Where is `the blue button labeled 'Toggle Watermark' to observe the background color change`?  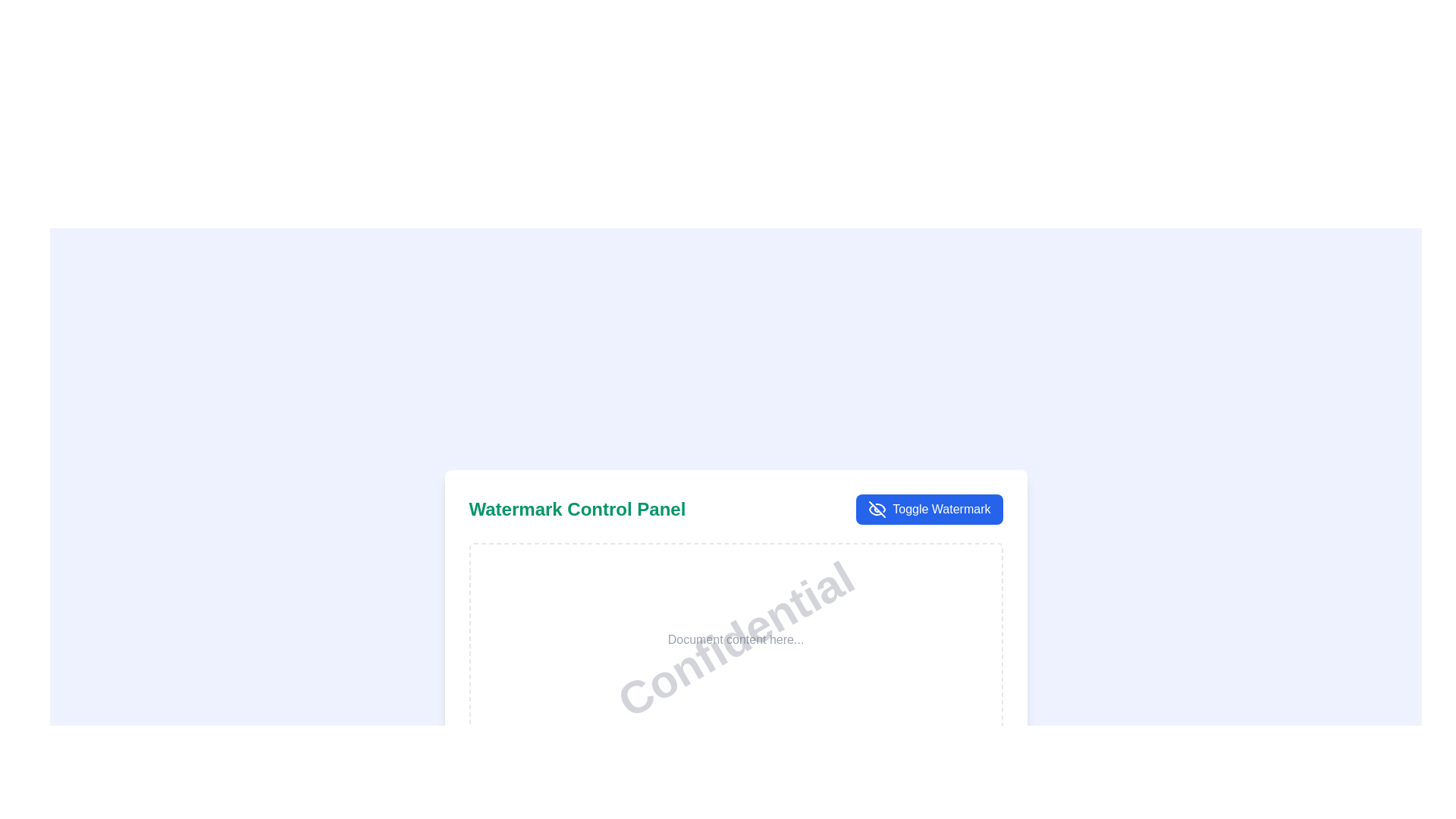 the blue button labeled 'Toggle Watermark' to observe the background color change is located at coordinates (928, 509).